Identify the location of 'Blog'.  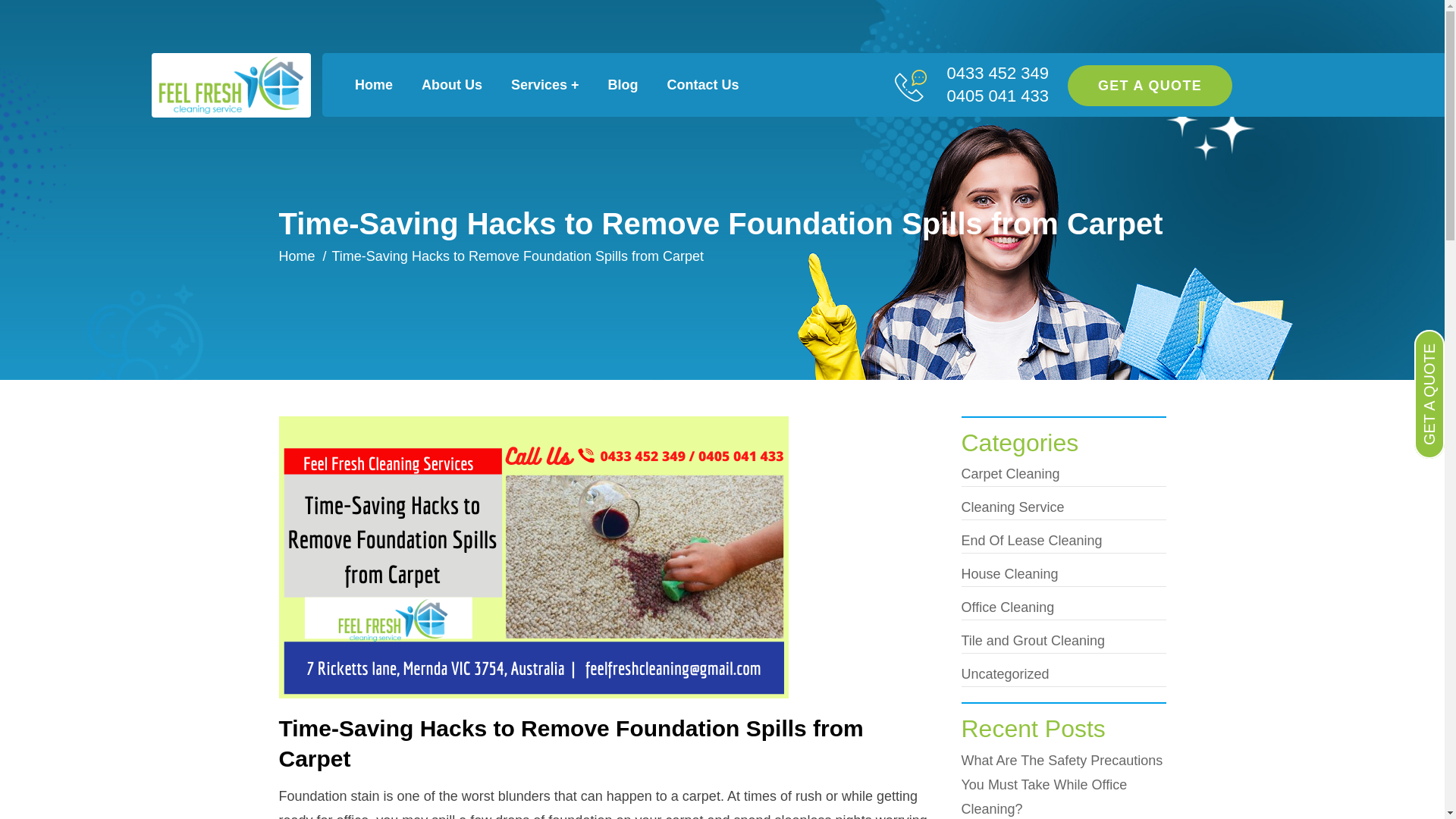
(607, 84).